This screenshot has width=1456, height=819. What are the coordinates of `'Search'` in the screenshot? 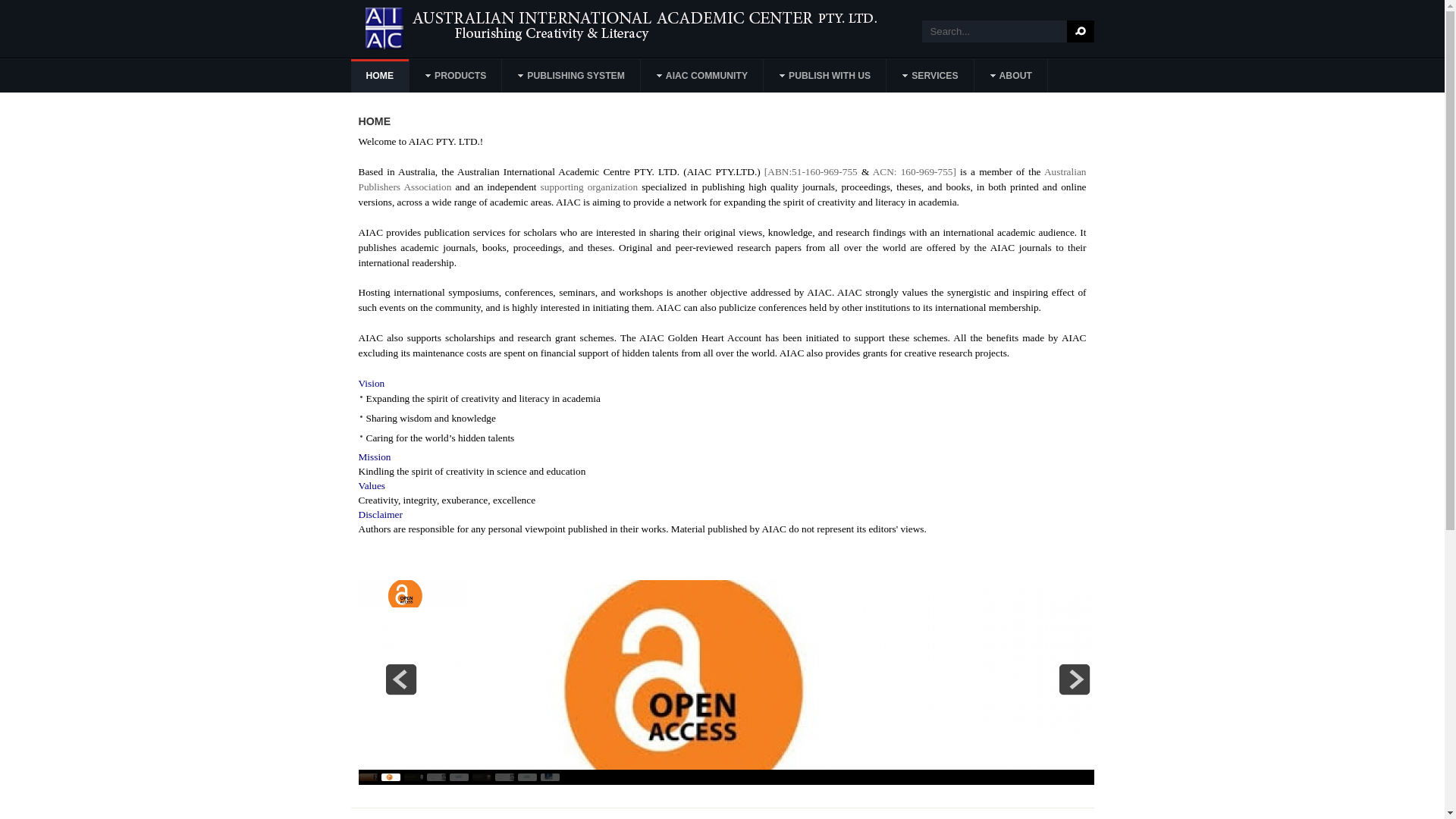 It's located at (1079, 31).